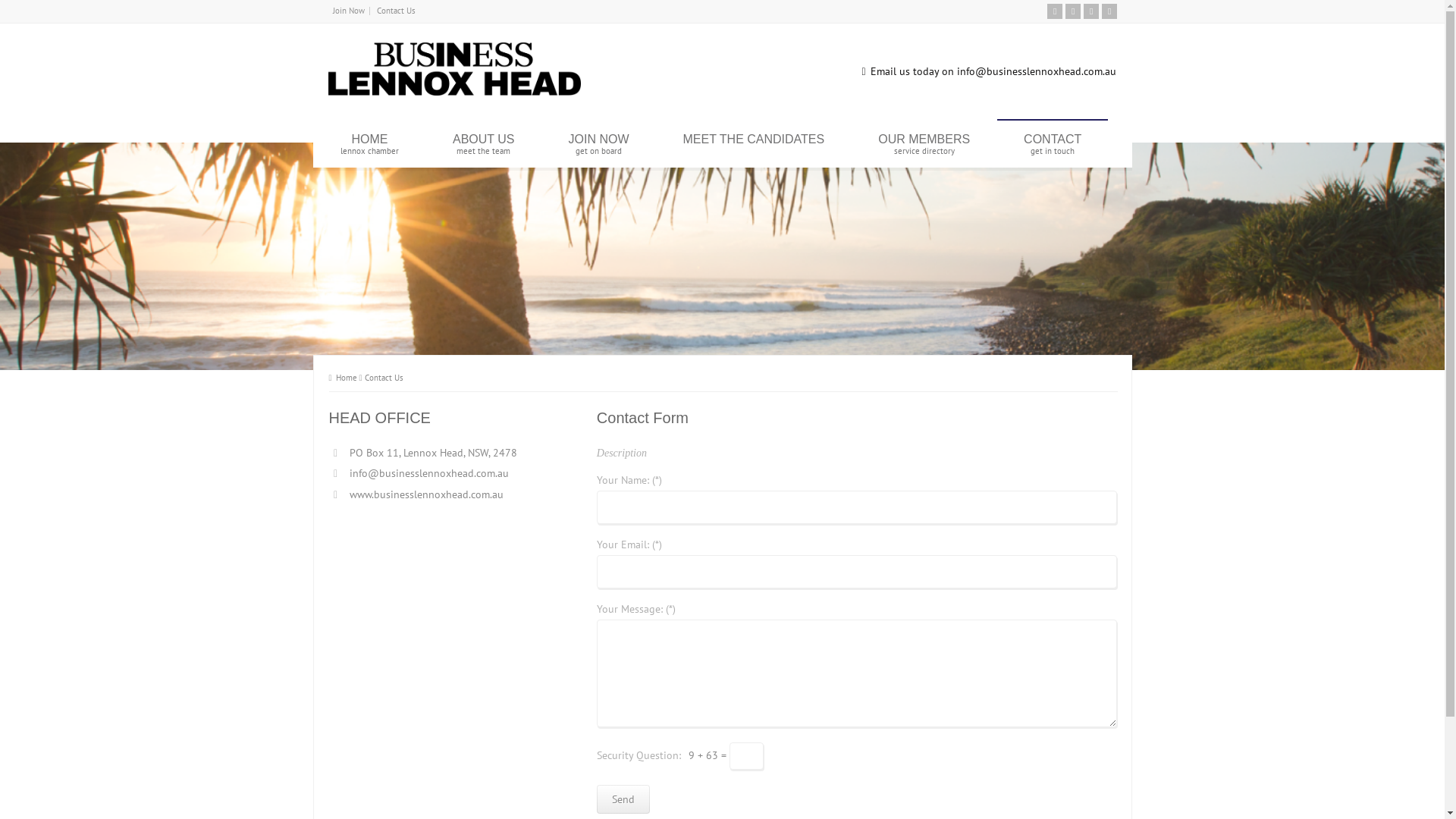 Image resolution: width=1456 pixels, height=819 pixels. Describe the element at coordinates (597, 143) in the screenshot. I see `'JOIN NOW` at that location.